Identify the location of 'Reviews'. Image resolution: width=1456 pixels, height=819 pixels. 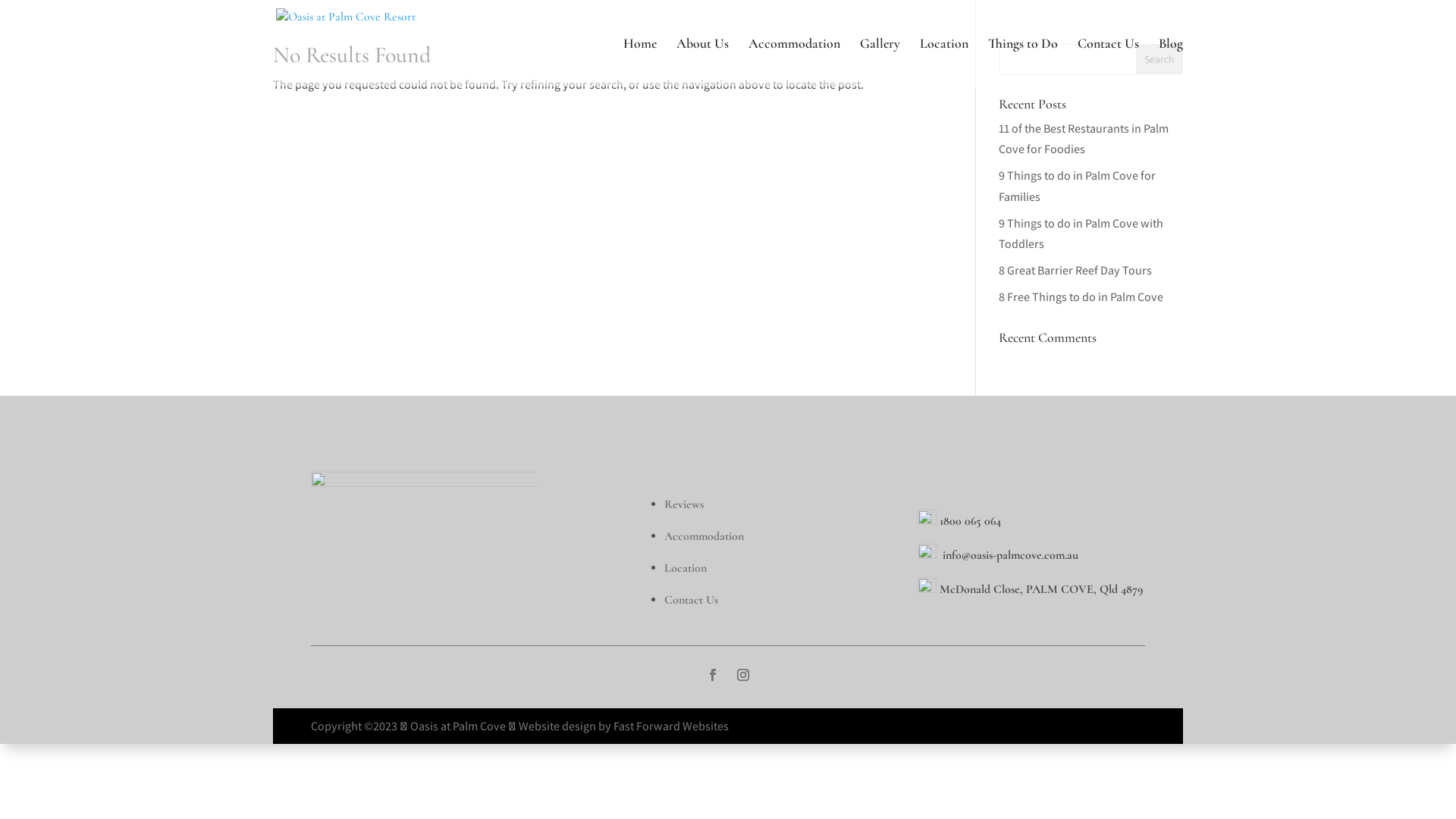
(683, 503).